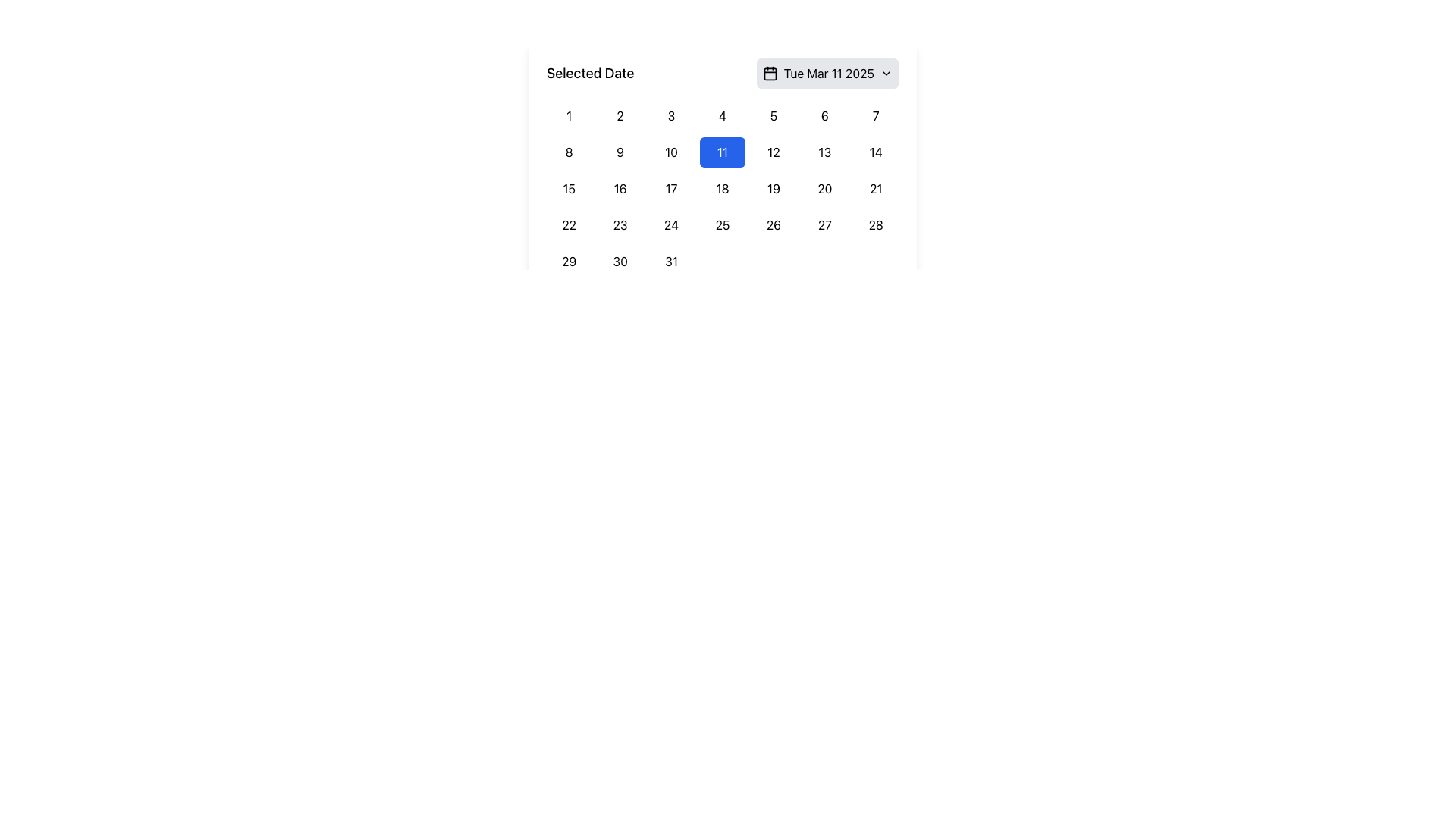  I want to click on the 25th day selection button in the calendar interface, so click(721, 225).